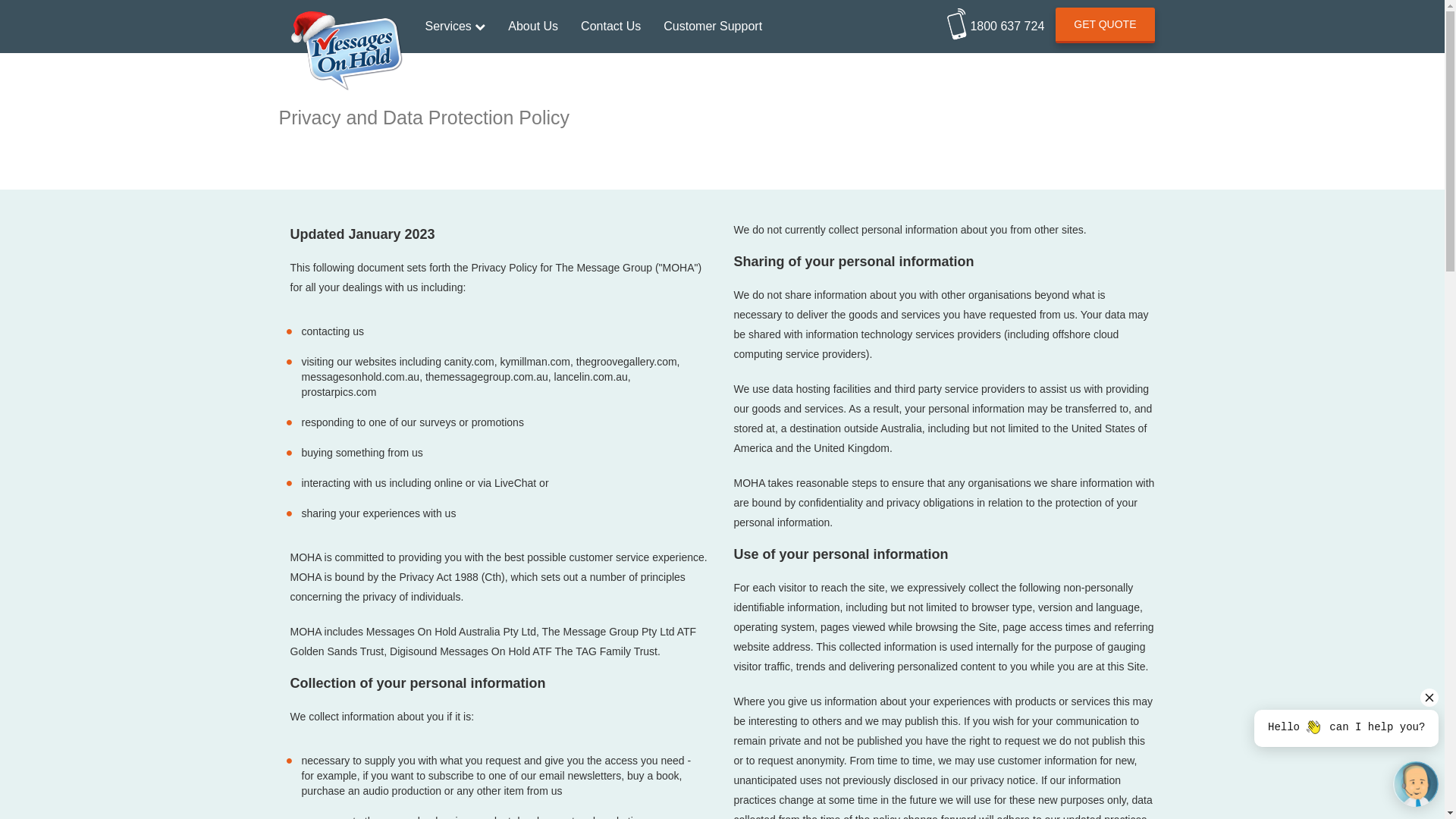 This screenshot has width=1456, height=819. Describe the element at coordinates (345, 18) in the screenshot. I see `'Home | Messages On Hold'` at that location.